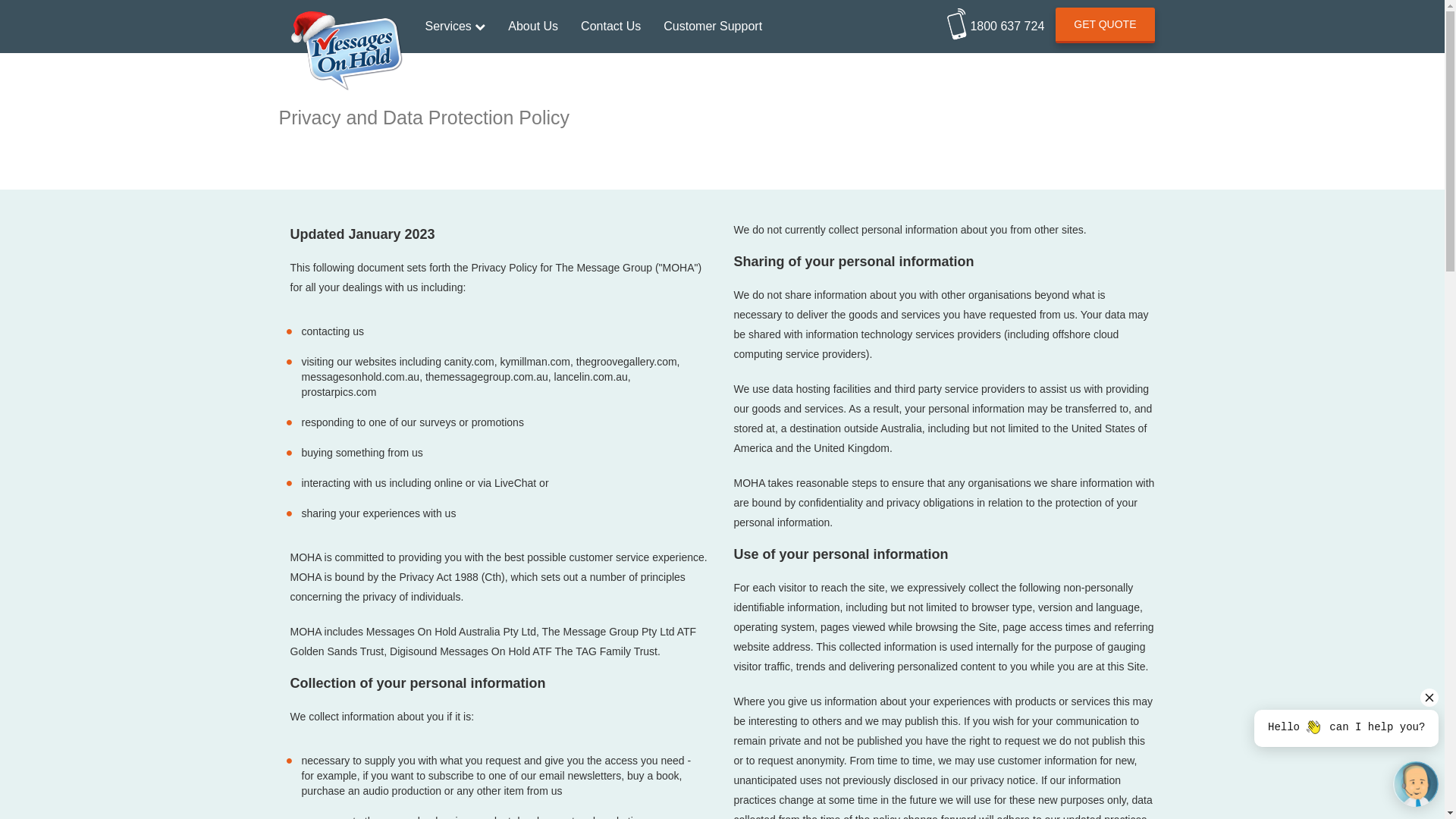 This screenshot has width=1456, height=819. Describe the element at coordinates (345, 18) in the screenshot. I see `'Home | Messages On Hold'` at that location.